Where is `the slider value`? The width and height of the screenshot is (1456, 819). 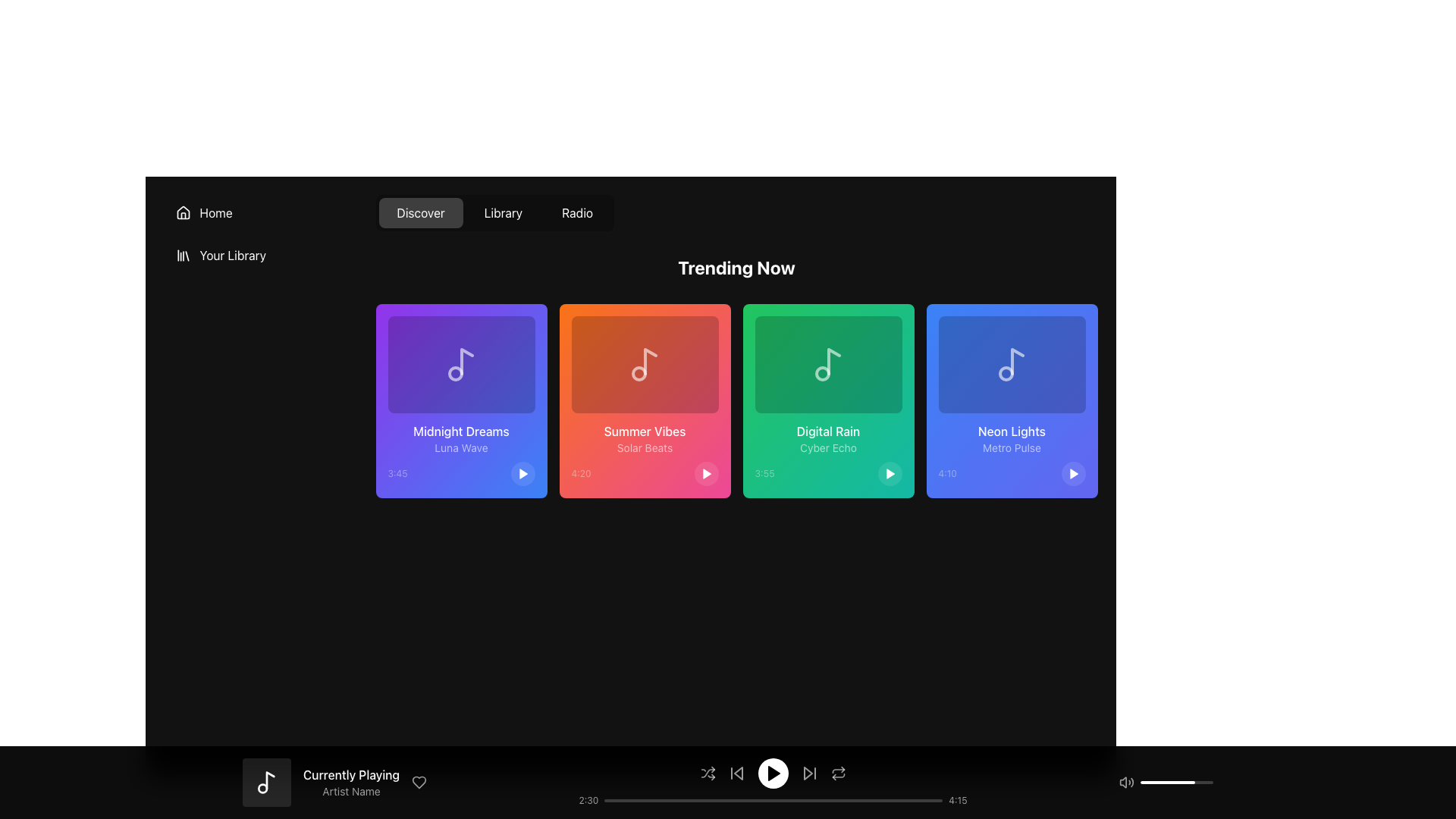 the slider value is located at coordinates (1143, 783).